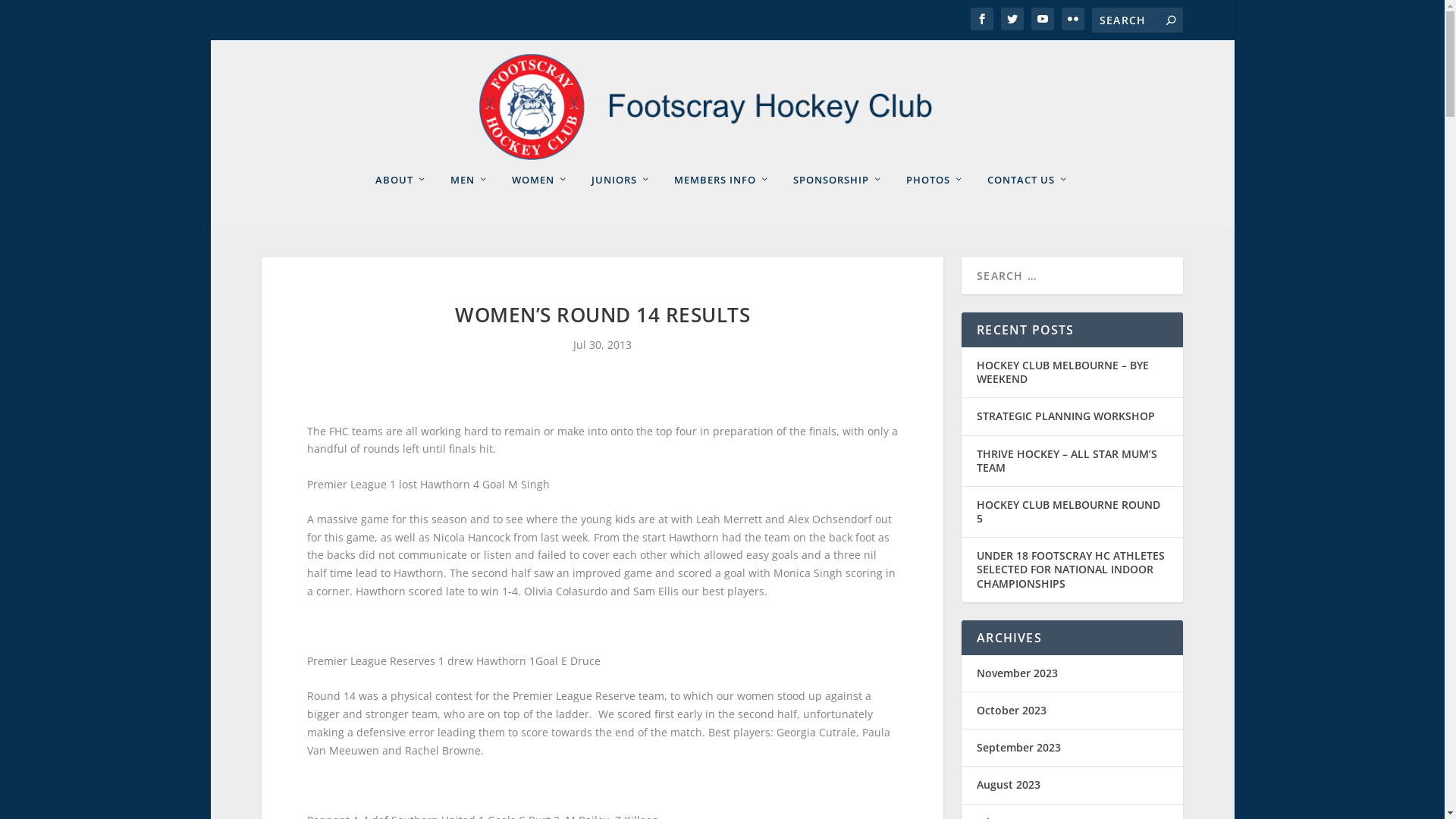  I want to click on 'ABOUT', so click(401, 199).